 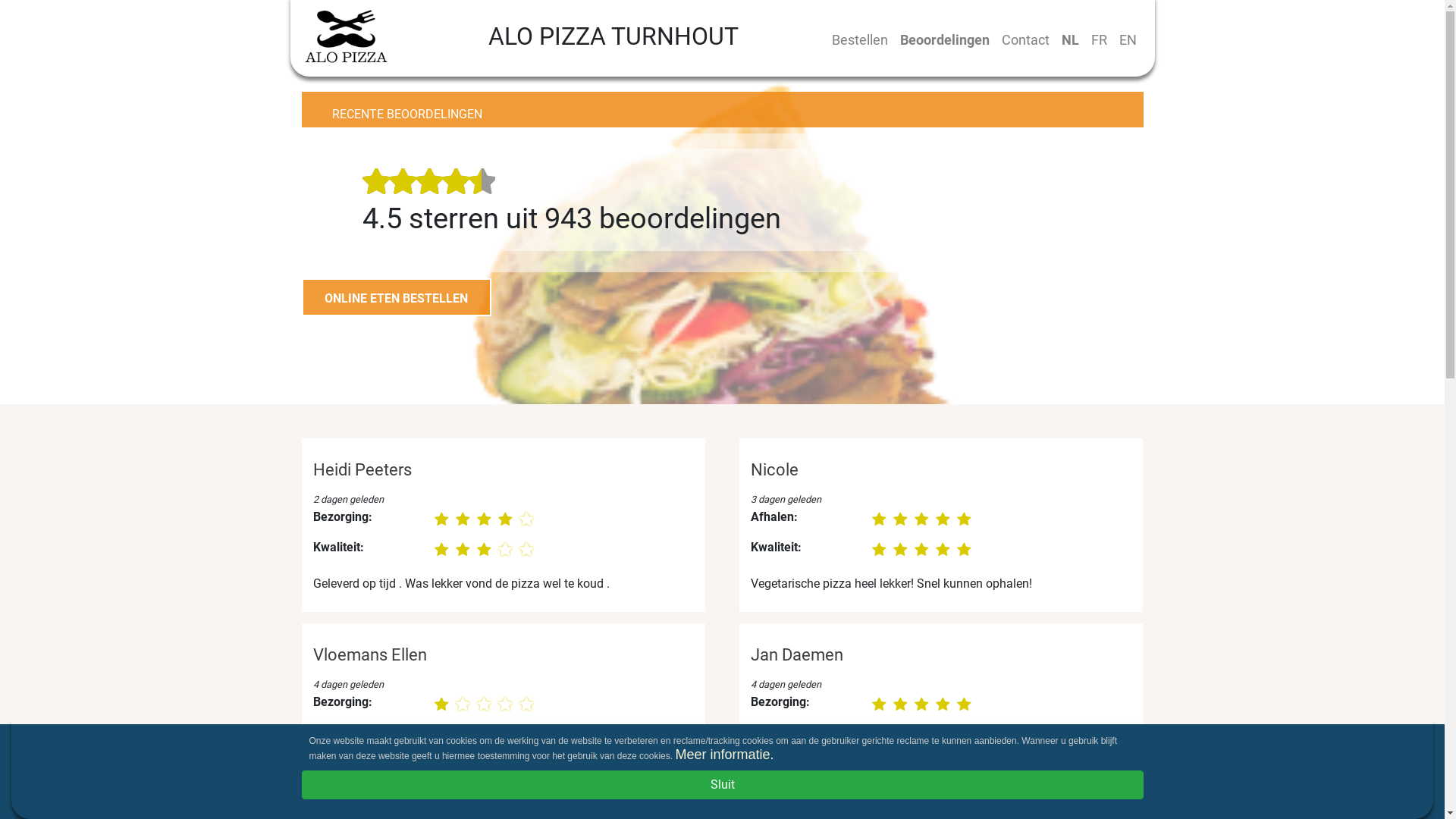 I want to click on 'Beoordelingen', so click(x=893, y=39).